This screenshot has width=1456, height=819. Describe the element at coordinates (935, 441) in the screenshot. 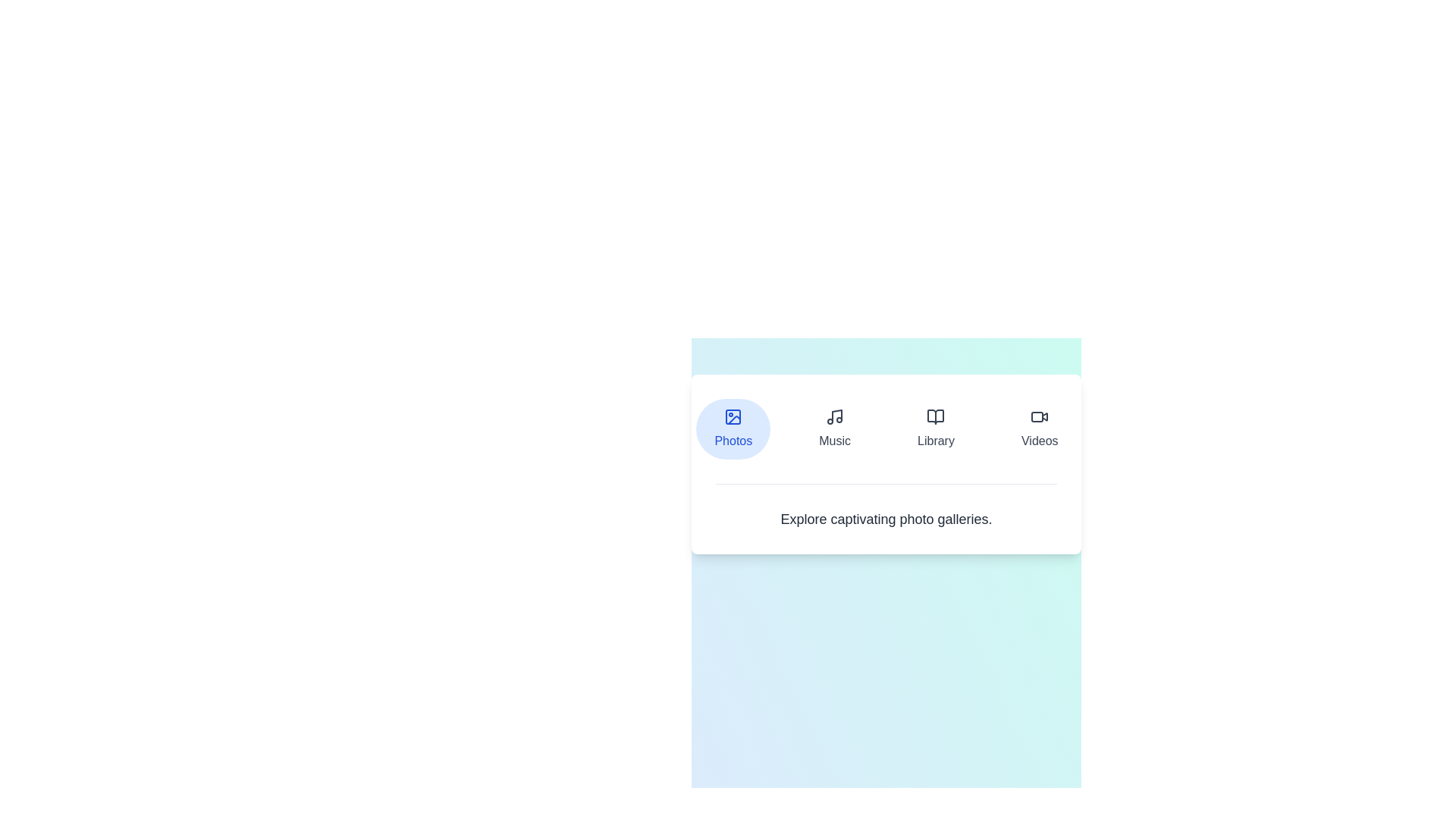

I see `the 'Library' text label in the horizontal navigation bar` at that location.